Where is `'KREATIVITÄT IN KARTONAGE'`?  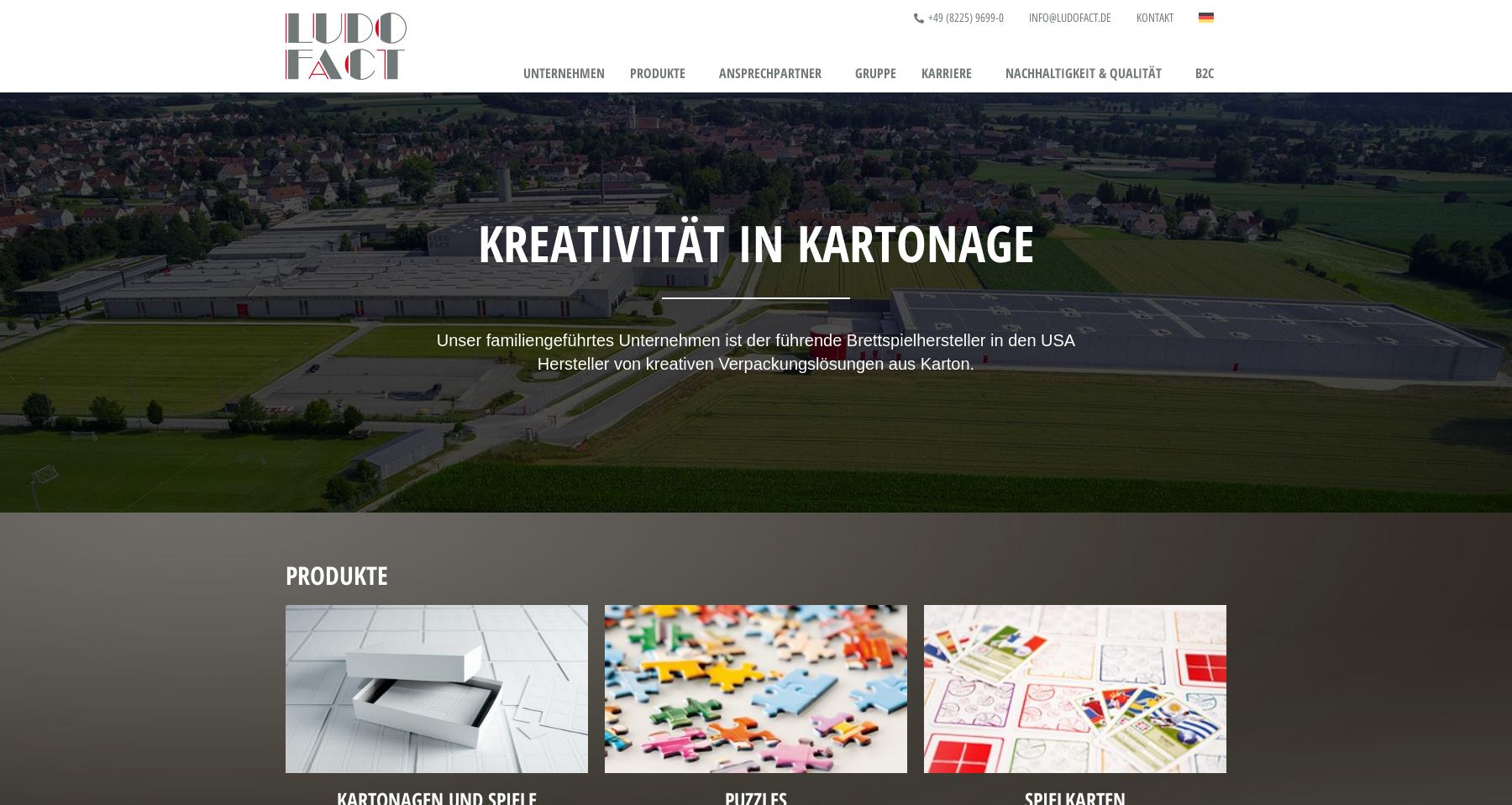 'KREATIVITÄT IN KARTONAGE' is located at coordinates (755, 241).